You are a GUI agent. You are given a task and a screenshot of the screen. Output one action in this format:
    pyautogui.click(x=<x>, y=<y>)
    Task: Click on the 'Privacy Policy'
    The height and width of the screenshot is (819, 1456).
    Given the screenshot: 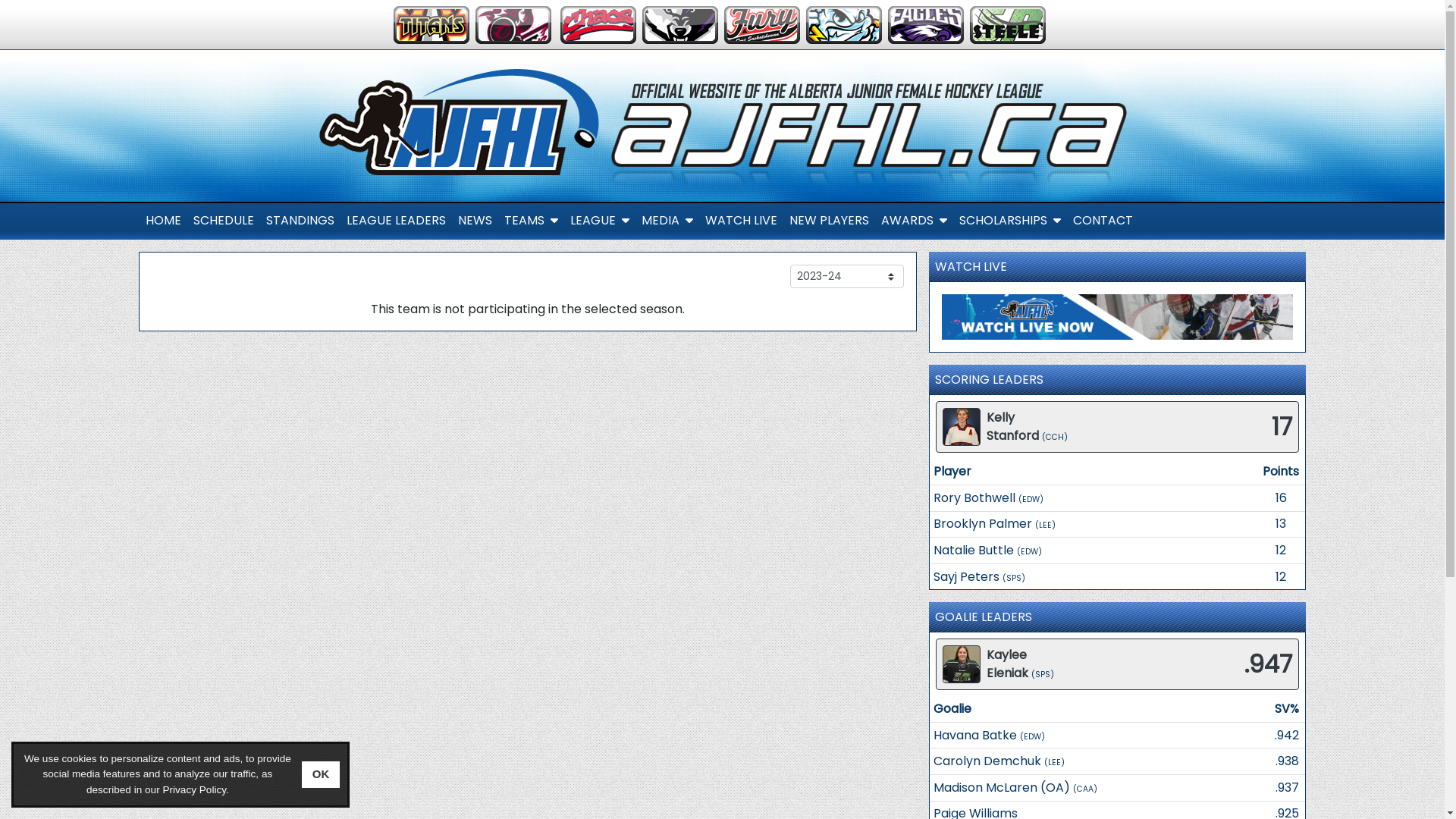 What is the action you would take?
    pyautogui.click(x=193, y=789)
    